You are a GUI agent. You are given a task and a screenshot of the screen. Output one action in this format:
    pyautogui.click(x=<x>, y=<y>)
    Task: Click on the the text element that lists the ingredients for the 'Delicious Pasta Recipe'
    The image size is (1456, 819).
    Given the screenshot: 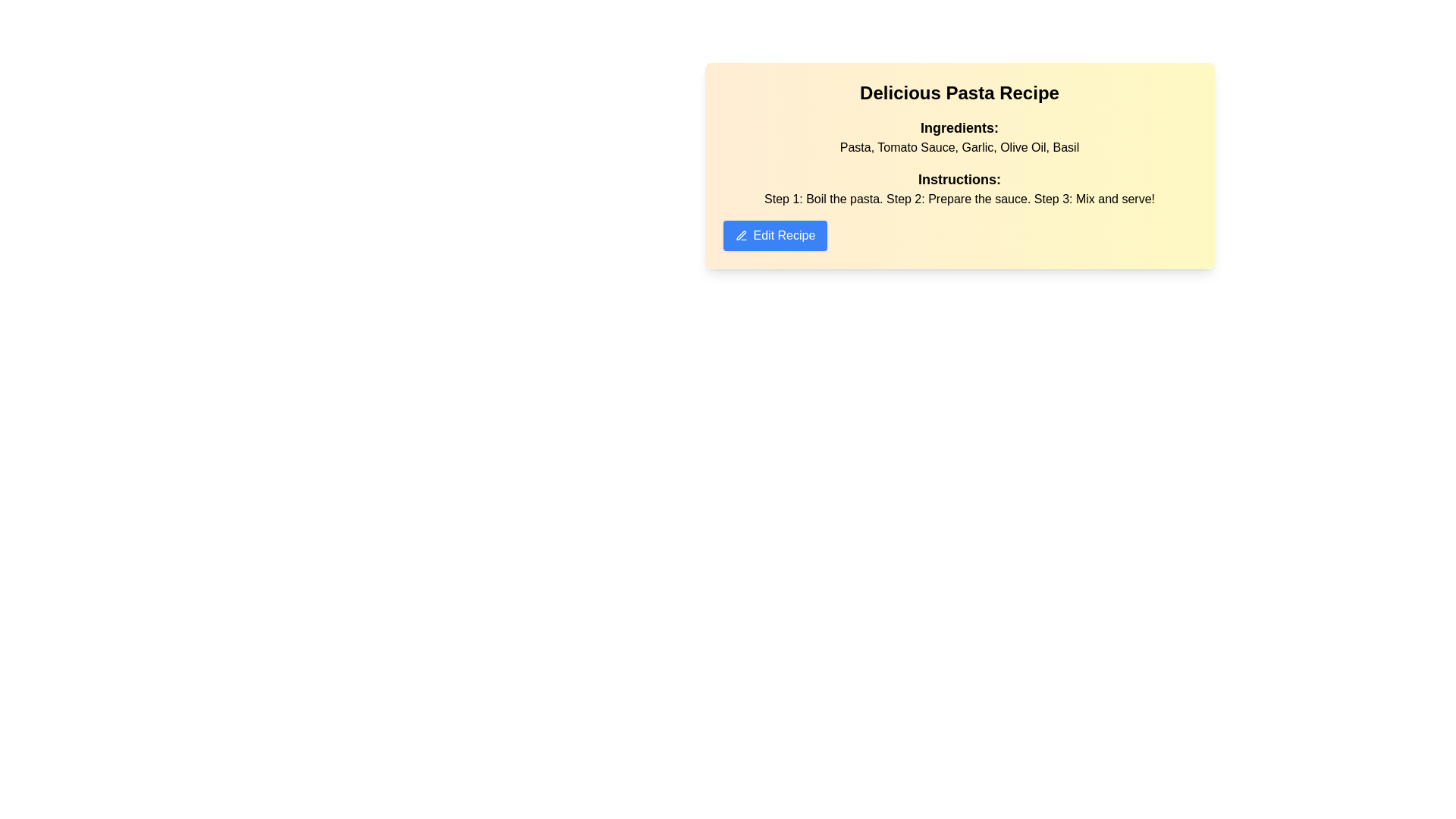 What is the action you would take?
    pyautogui.click(x=959, y=137)
    